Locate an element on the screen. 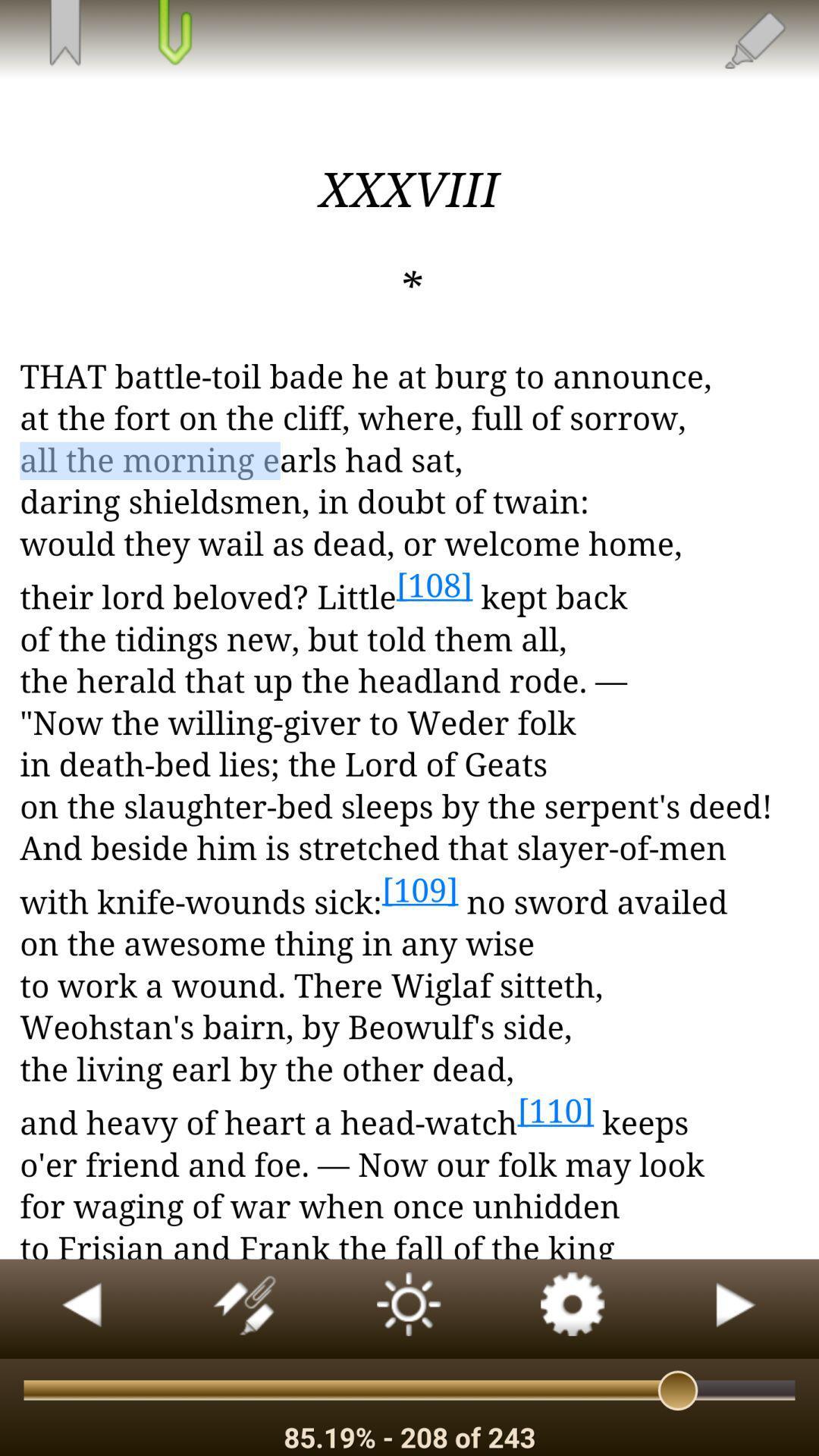 The image size is (819, 1456). the edit icon is located at coordinates (754, 39).